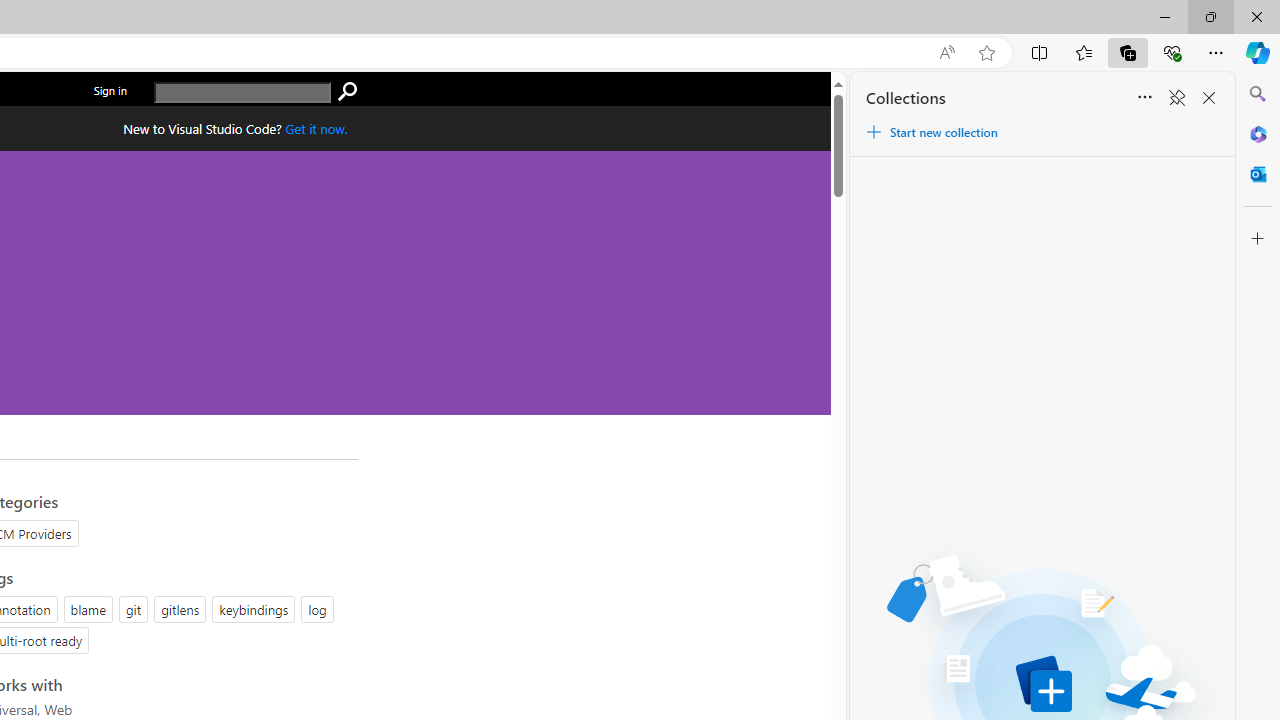 This screenshot has width=1280, height=720. I want to click on 'search', so click(347, 92).